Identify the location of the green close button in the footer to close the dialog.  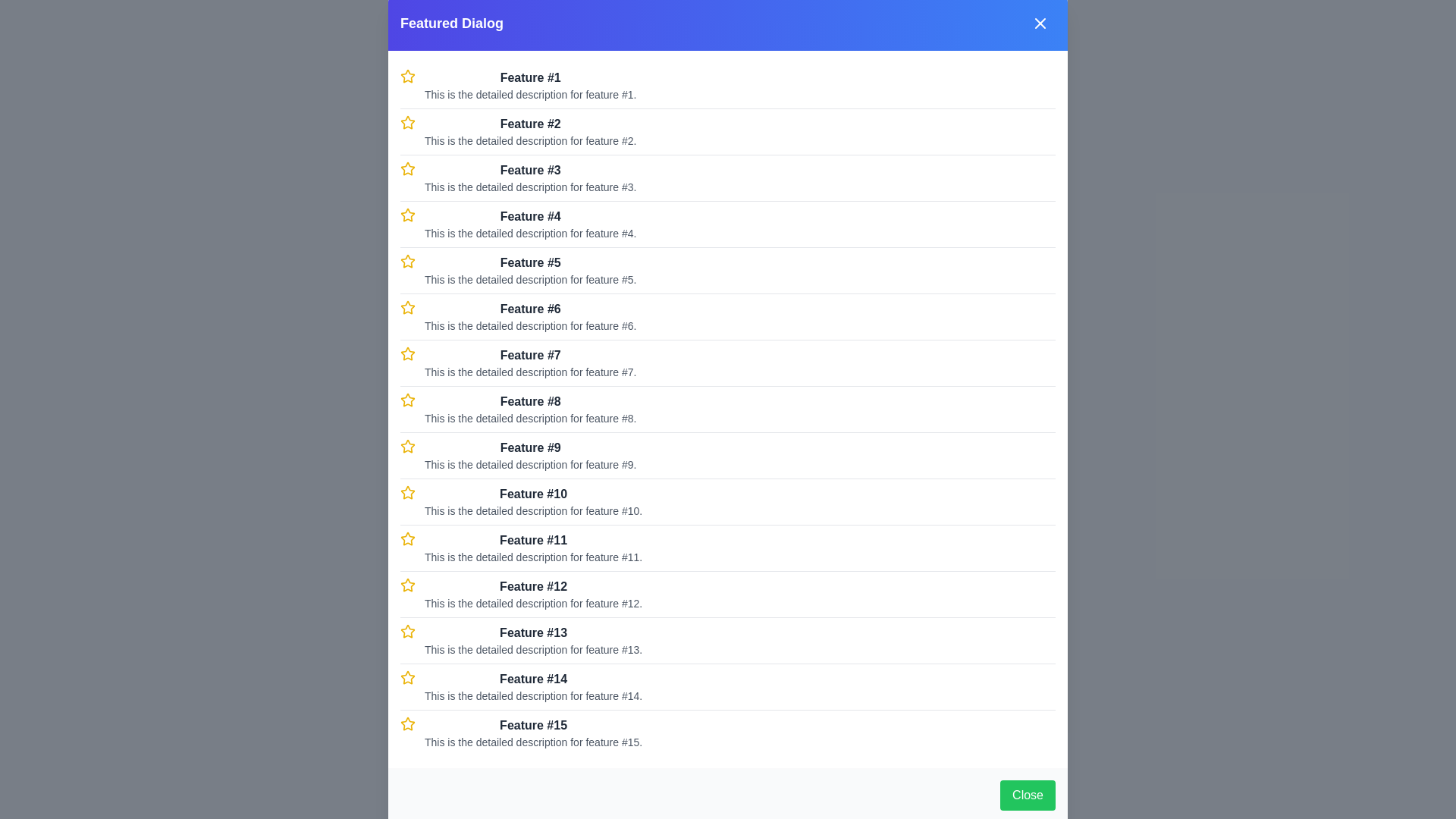
(1027, 795).